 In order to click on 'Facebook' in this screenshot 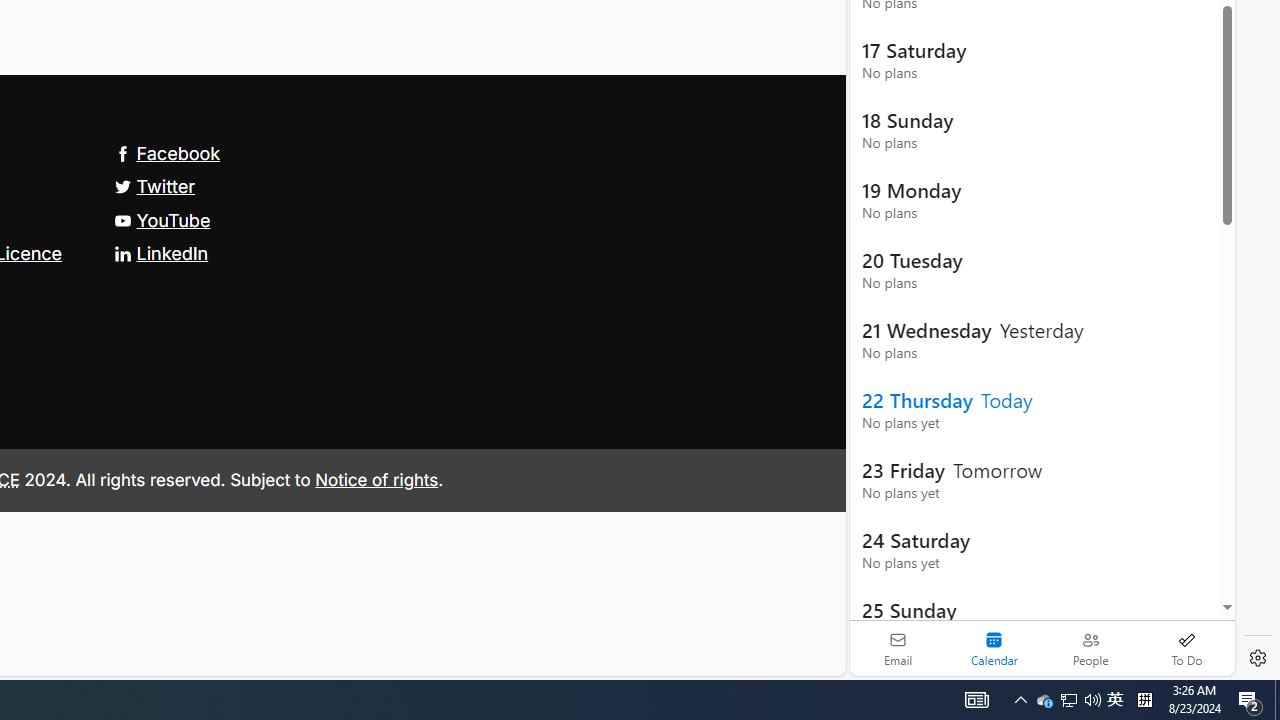, I will do `click(167, 152)`.